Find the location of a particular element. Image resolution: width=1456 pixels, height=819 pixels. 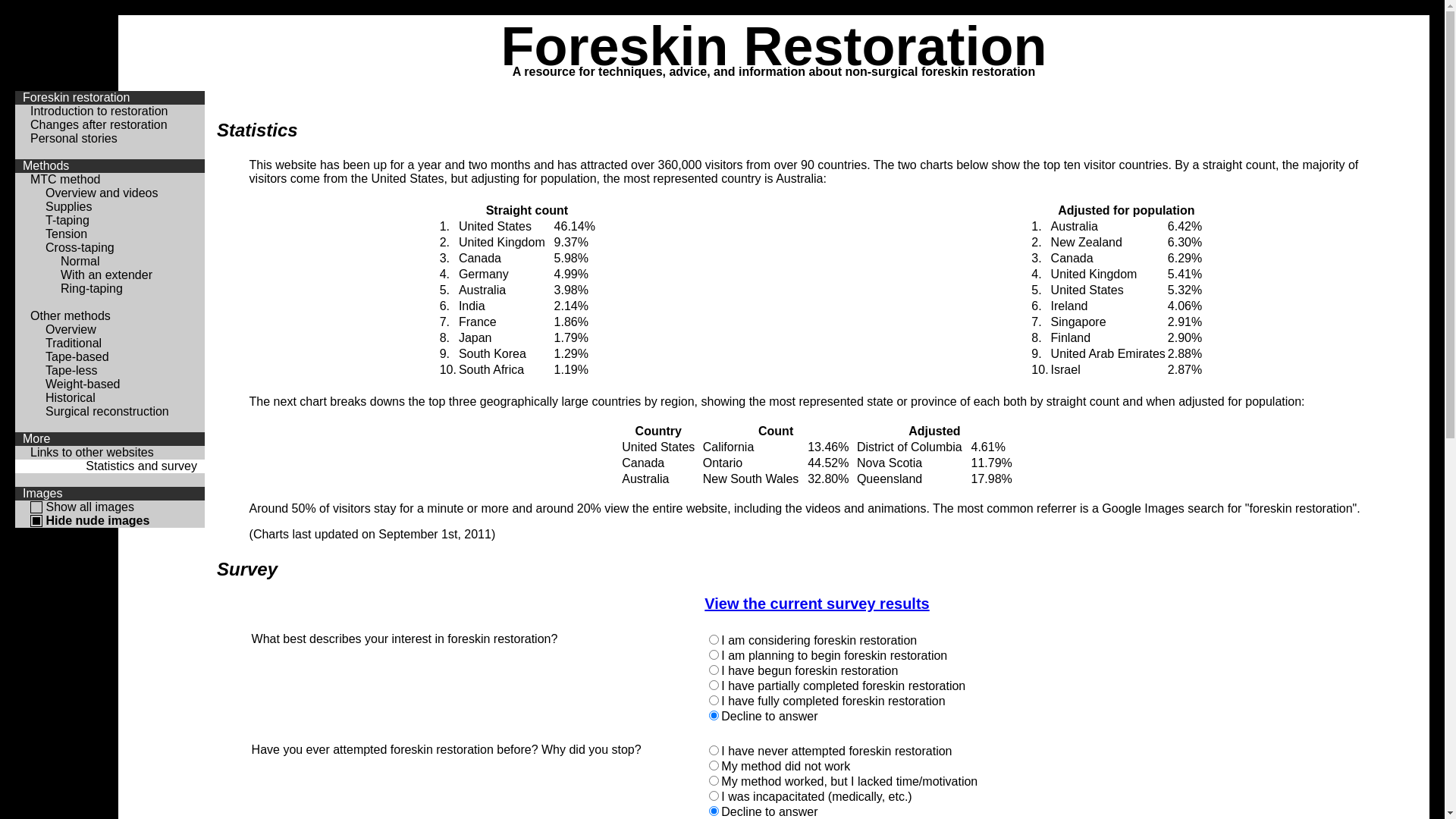

'Overview and videos' is located at coordinates (101, 192).